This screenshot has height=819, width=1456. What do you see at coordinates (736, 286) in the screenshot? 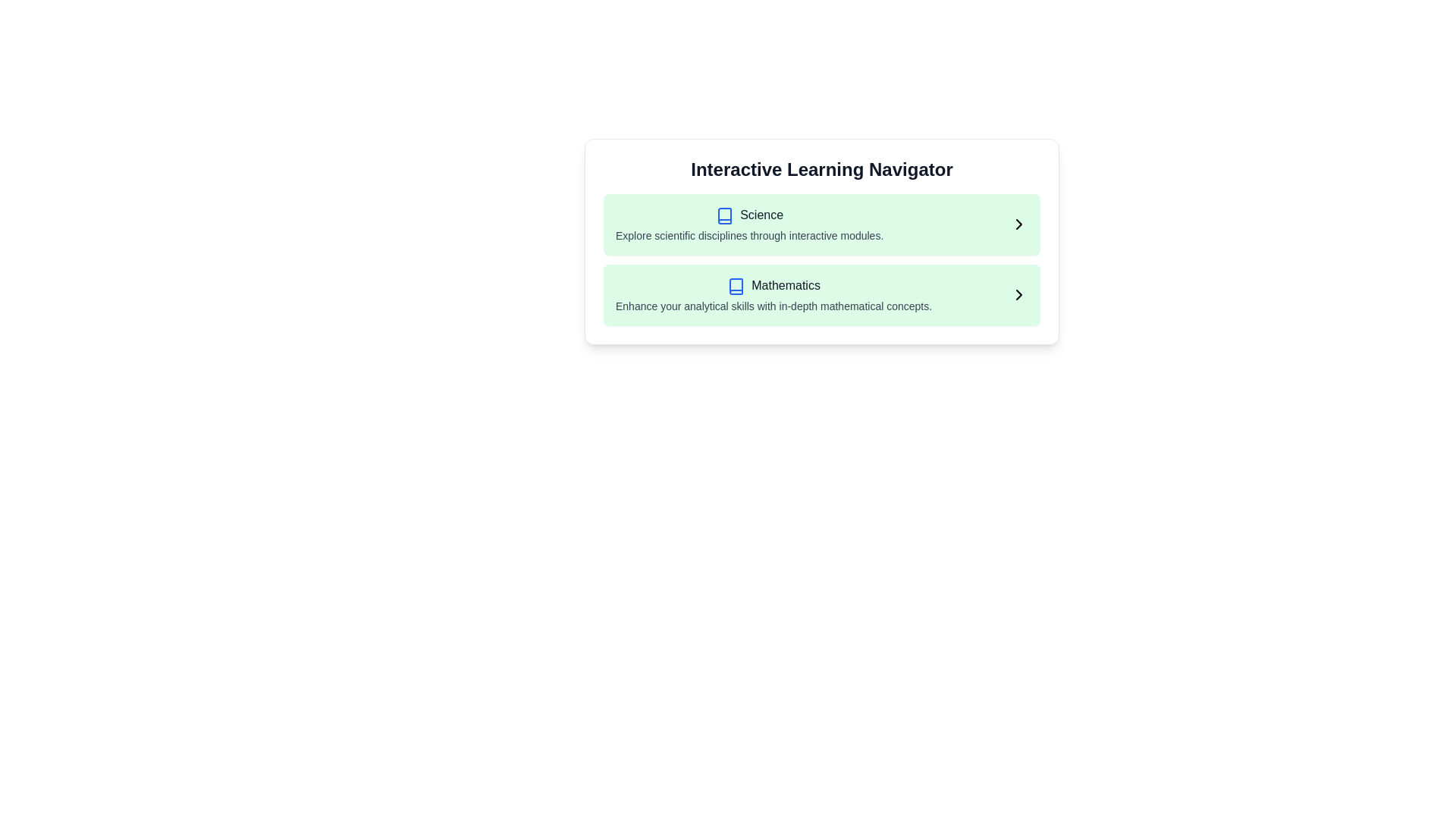
I see `the Mathematics icon (SVG) located to the left of the 'Mathematics' text label in the second row of the menu panel` at bounding box center [736, 286].